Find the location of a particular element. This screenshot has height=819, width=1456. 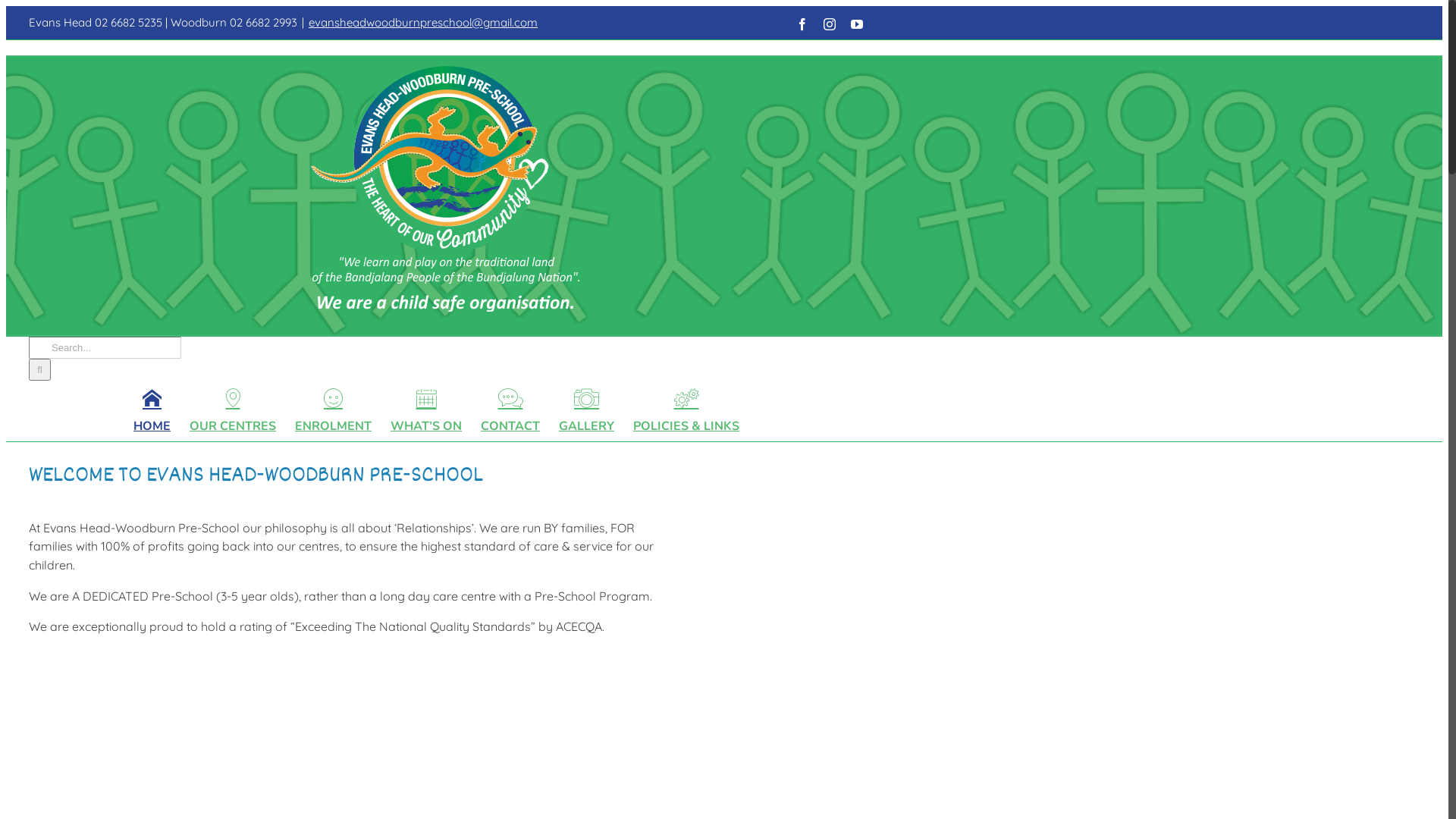

'OUR CENTRES' is located at coordinates (232, 411).